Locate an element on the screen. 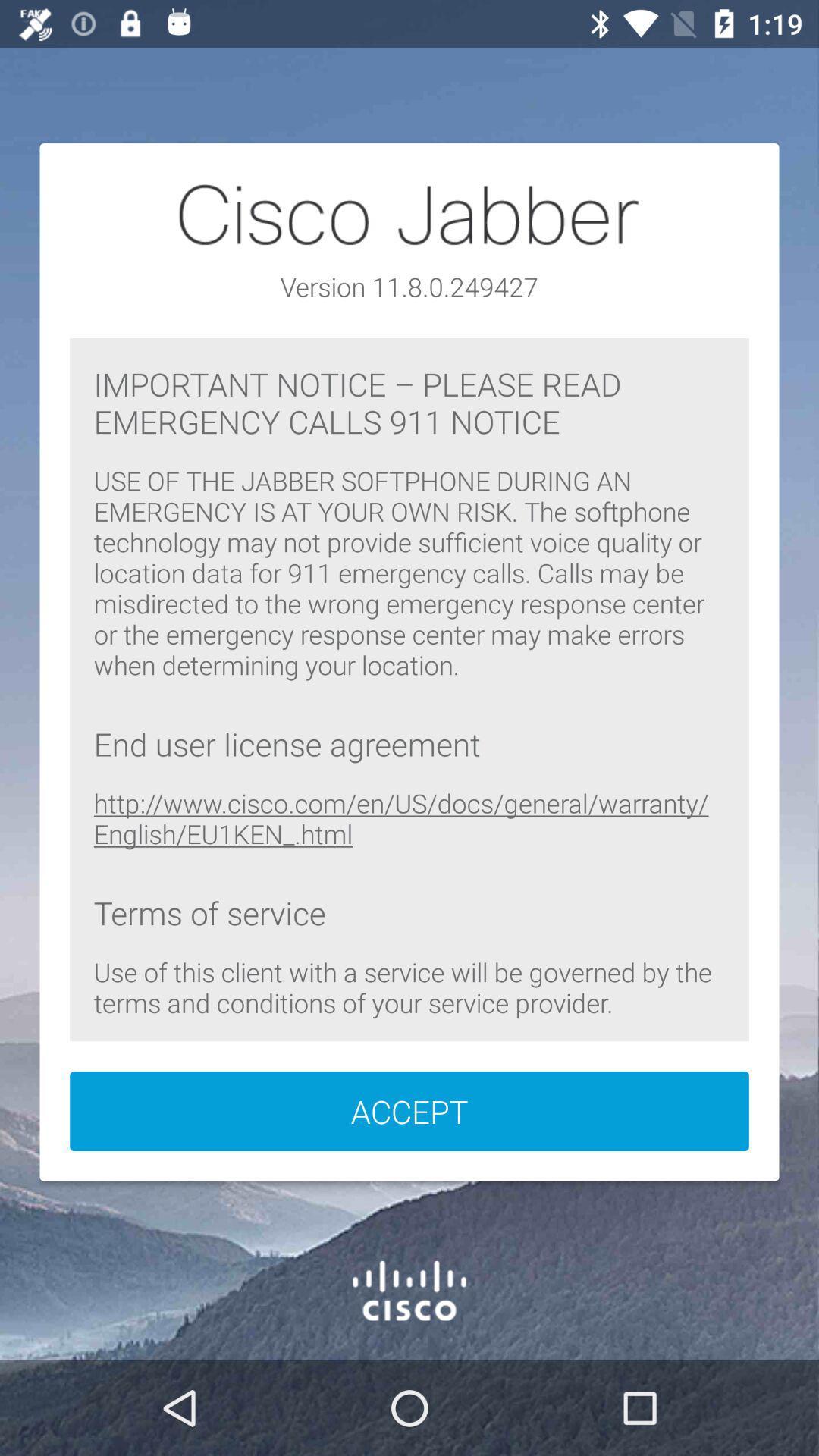 The height and width of the screenshot is (1456, 819). the complete white background is located at coordinates (409, 662).